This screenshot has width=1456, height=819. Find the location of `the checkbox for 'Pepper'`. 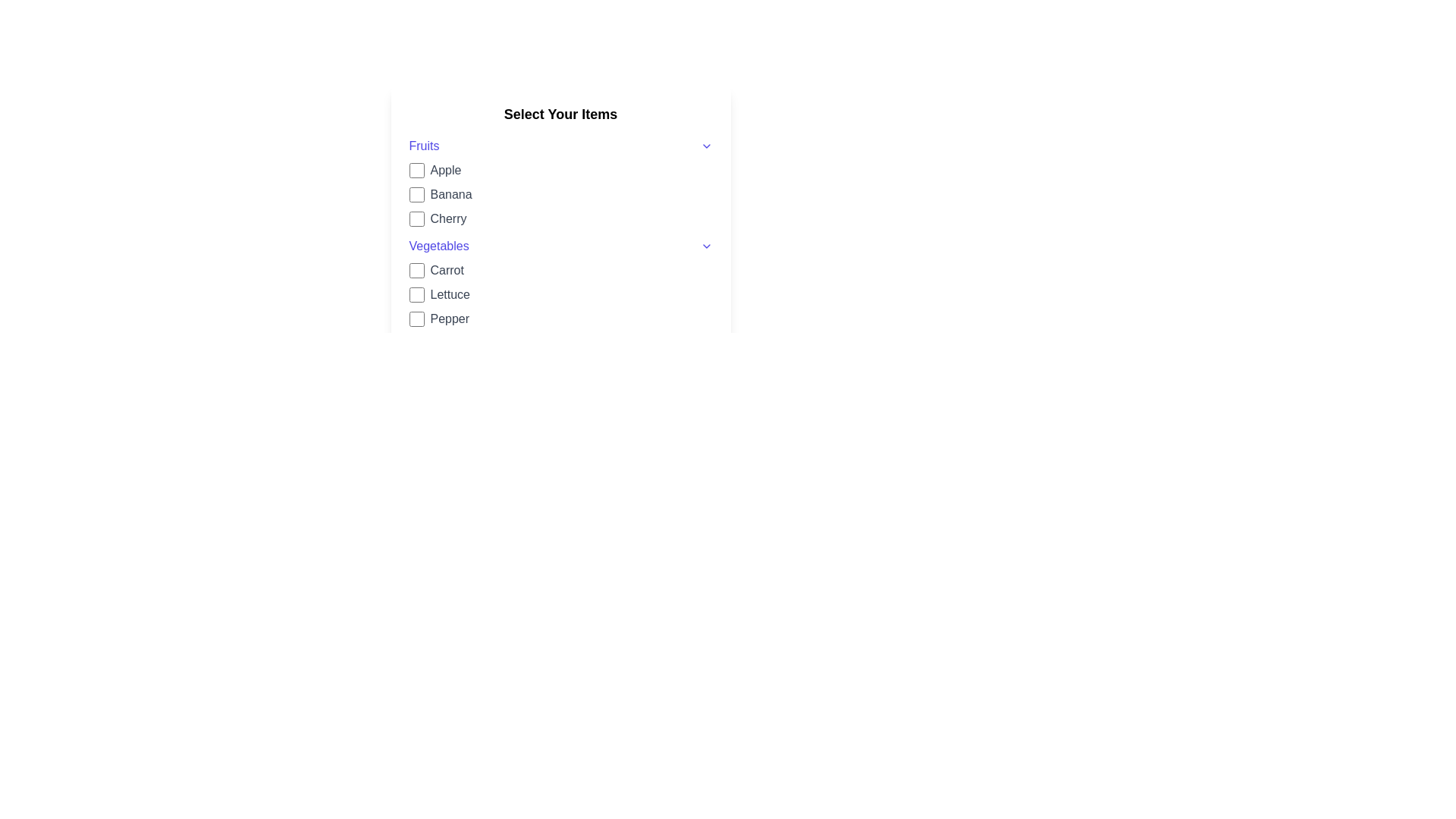

the checkbox for 'Pepper' is located at coordinates (416, 318).